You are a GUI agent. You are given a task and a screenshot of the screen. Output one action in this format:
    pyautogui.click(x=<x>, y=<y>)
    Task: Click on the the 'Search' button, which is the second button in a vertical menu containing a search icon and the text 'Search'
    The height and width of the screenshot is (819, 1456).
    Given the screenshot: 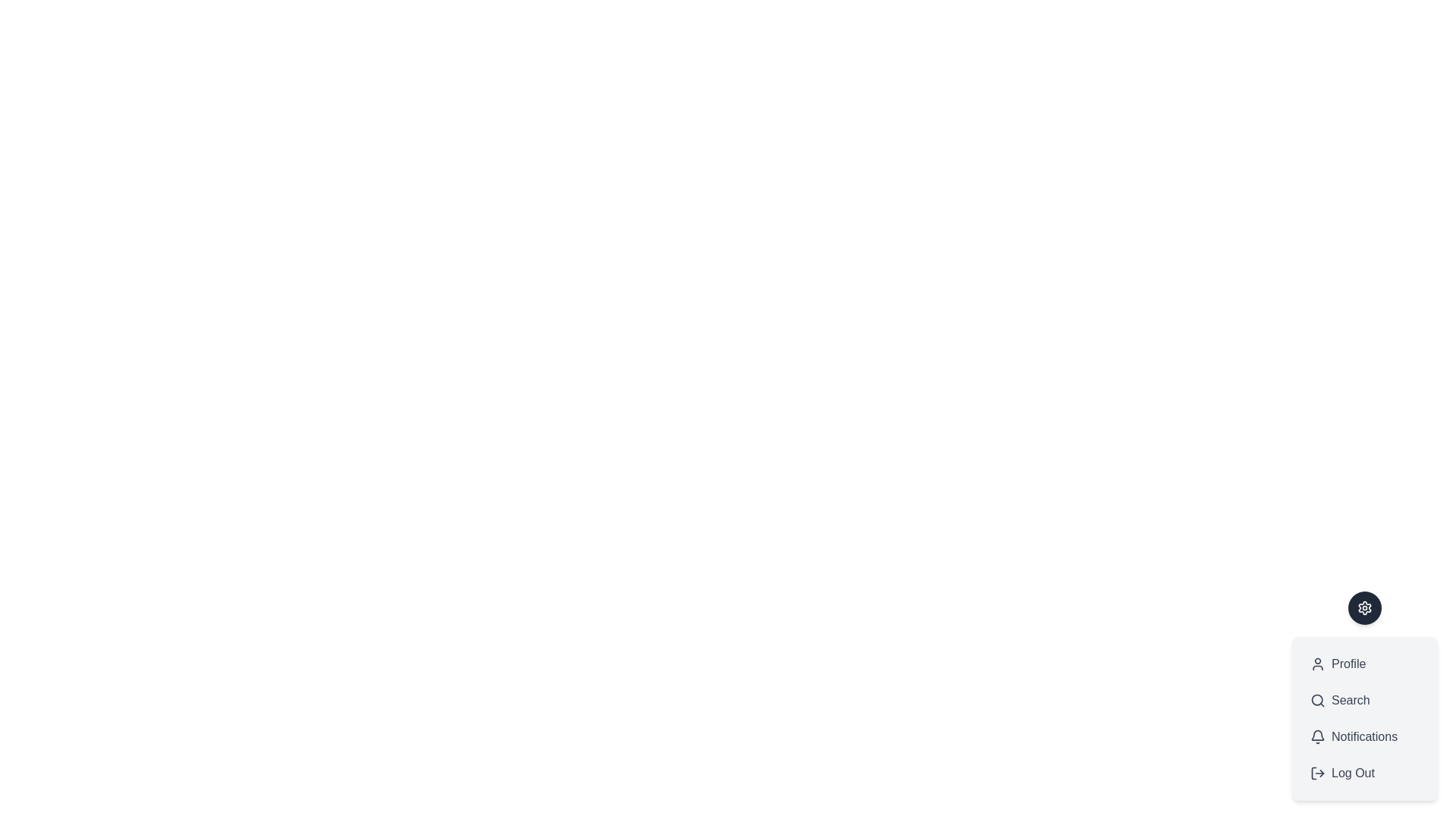 What is the action you would take?
    pyautogui.click(x=1365, y=701)
    